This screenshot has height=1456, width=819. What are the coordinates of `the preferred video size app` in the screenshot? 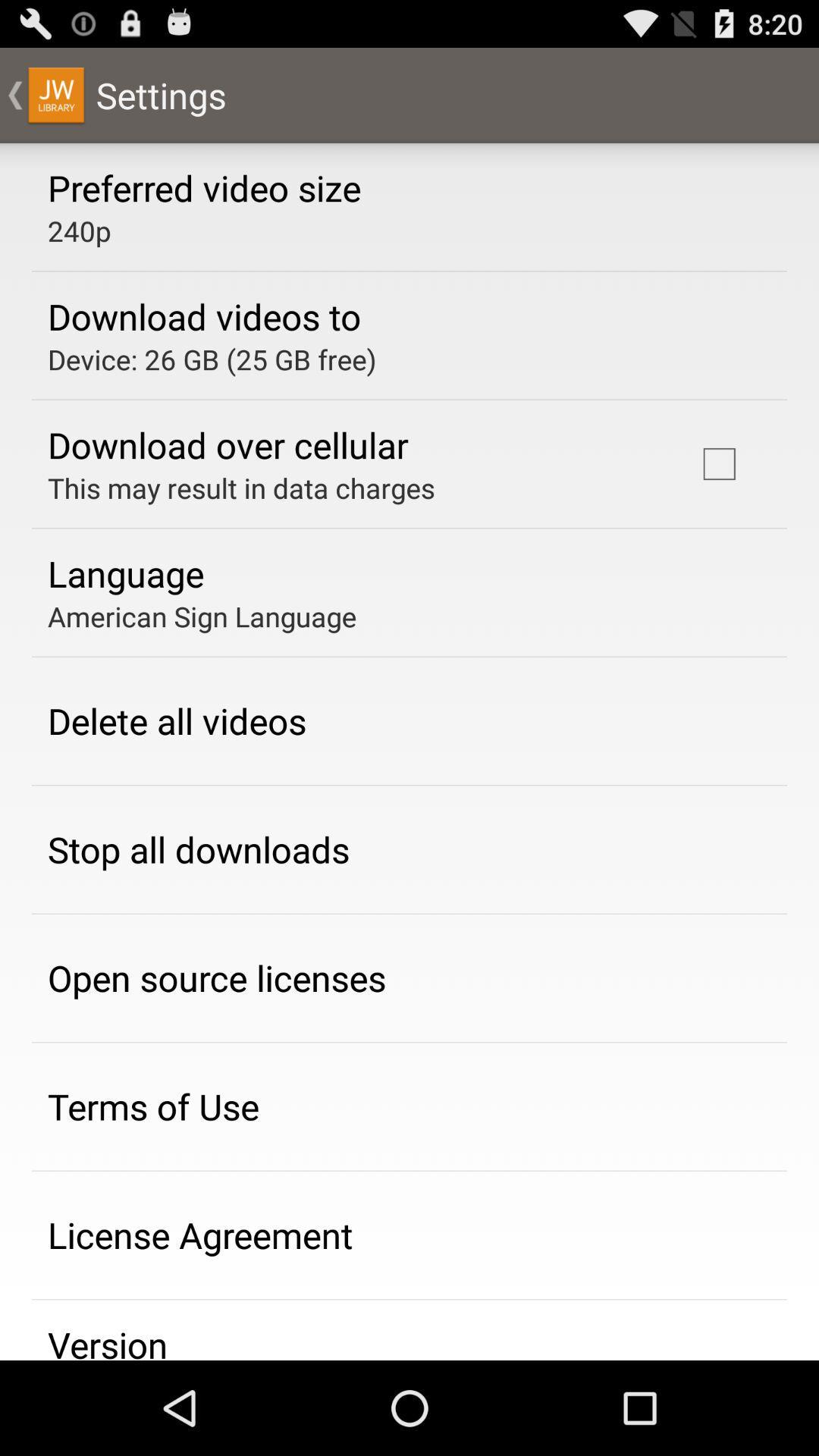 It's located at (203, 187).